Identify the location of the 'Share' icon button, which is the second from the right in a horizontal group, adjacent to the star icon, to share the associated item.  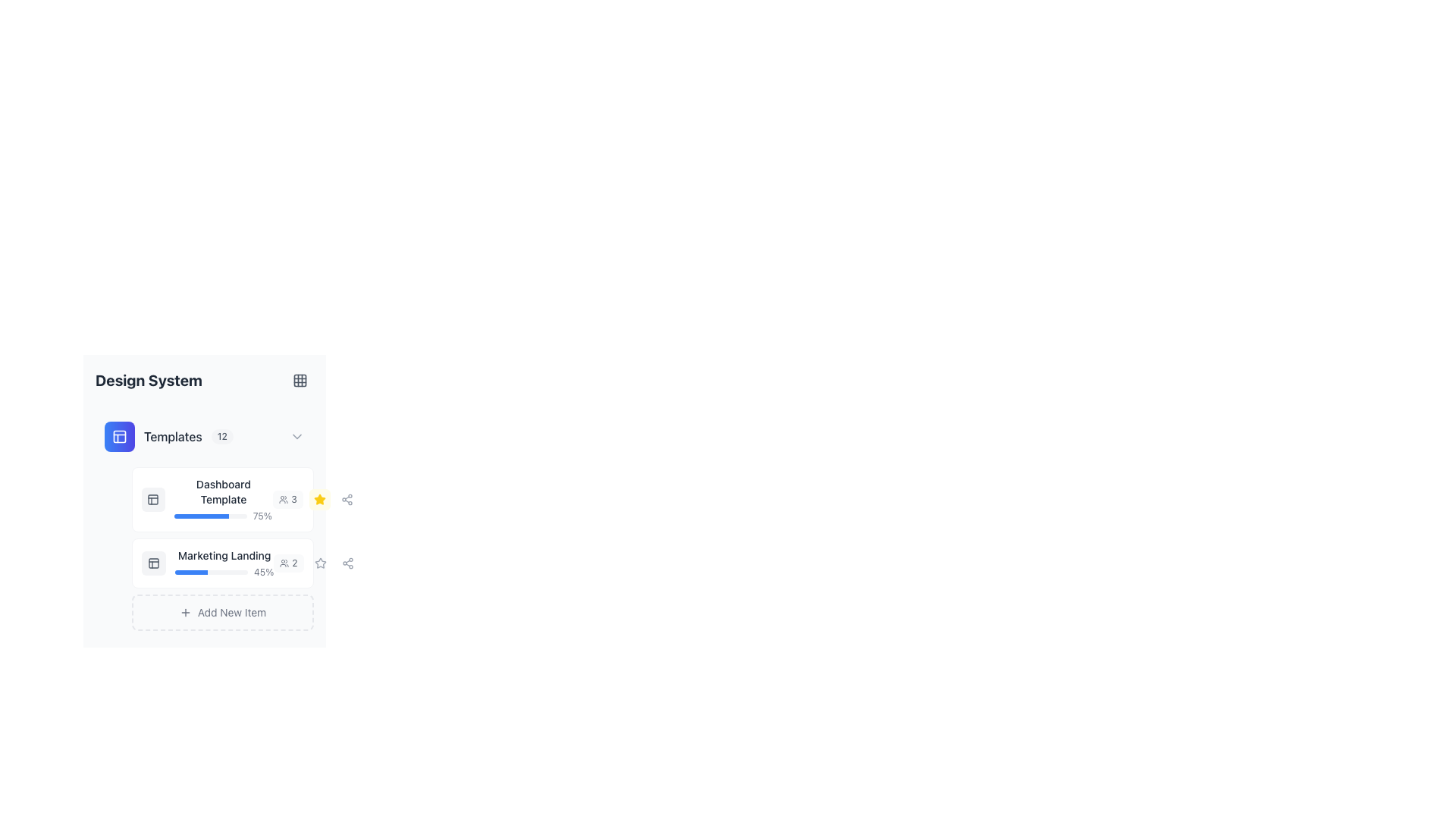
(347, 563).